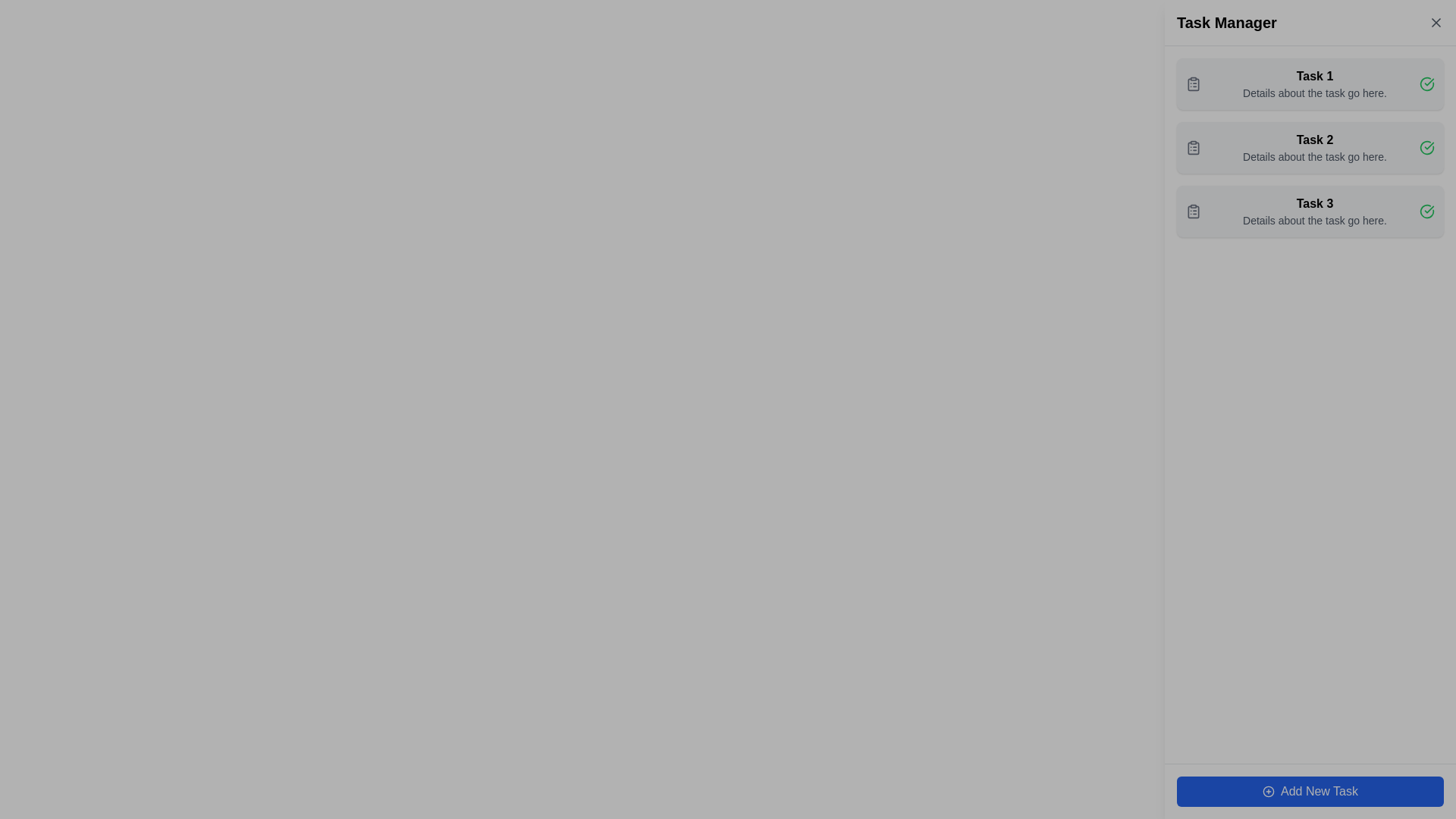  Describe the element at coordinates (1426, 211) in the screenshot. I see `the status indicator icon located on the far right side of the 'Task 3' row` at that location.